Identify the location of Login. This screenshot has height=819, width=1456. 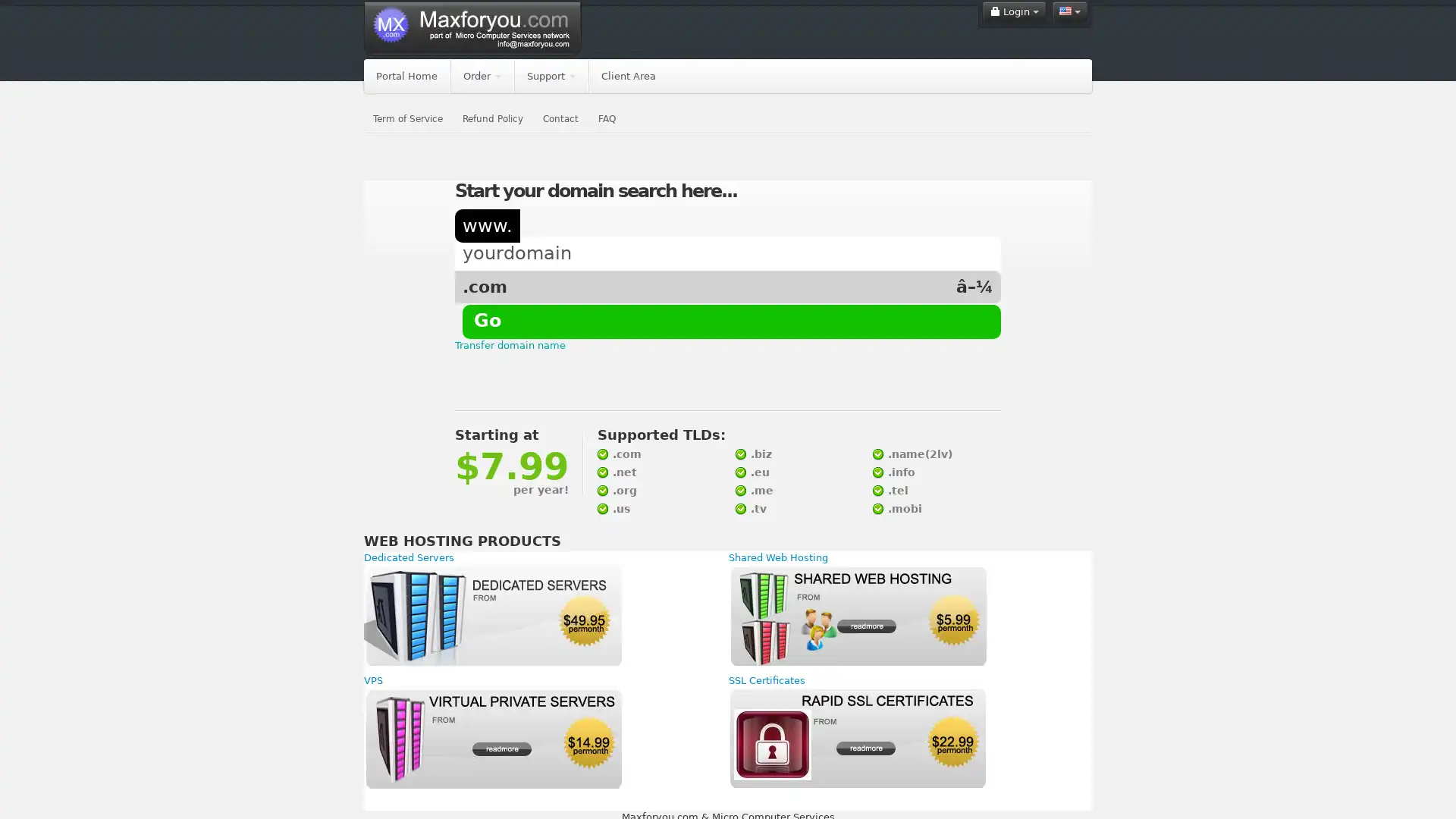
(1014, 11).